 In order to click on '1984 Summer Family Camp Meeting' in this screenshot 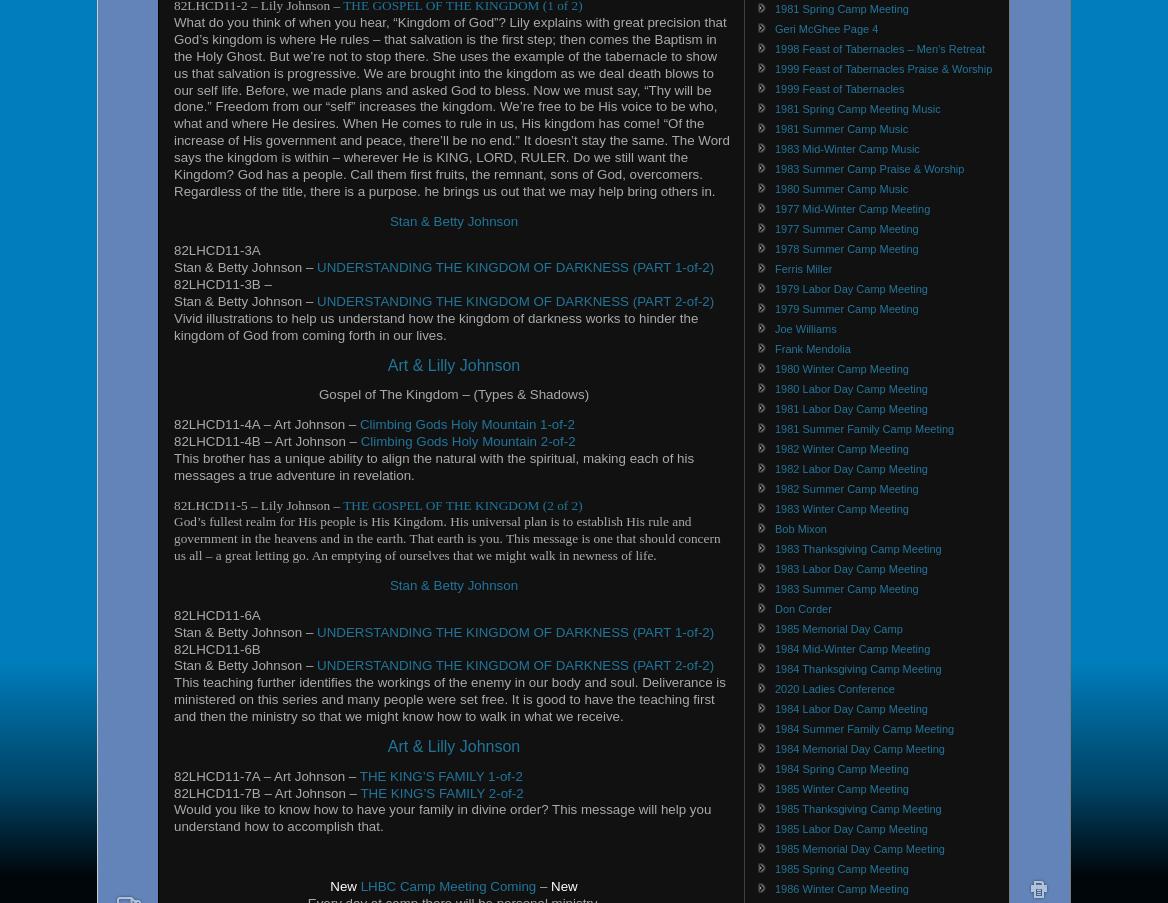, I will do `click(863, 727)`.